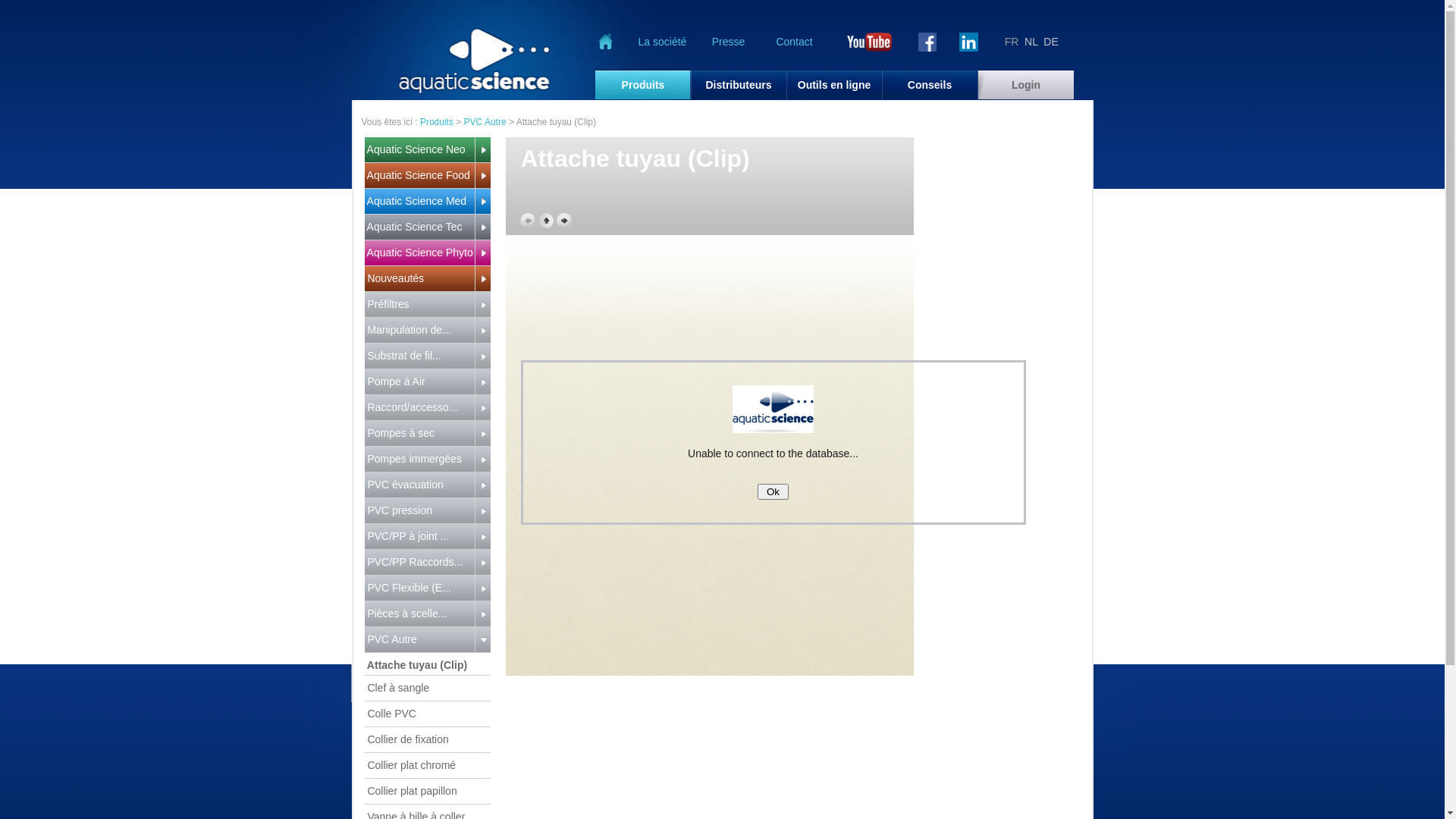 The image size is (1456, 819). Describe the element at coordinates (419, 227) in the screenshot. I see `' Aquatic Science Tec'` at that location.